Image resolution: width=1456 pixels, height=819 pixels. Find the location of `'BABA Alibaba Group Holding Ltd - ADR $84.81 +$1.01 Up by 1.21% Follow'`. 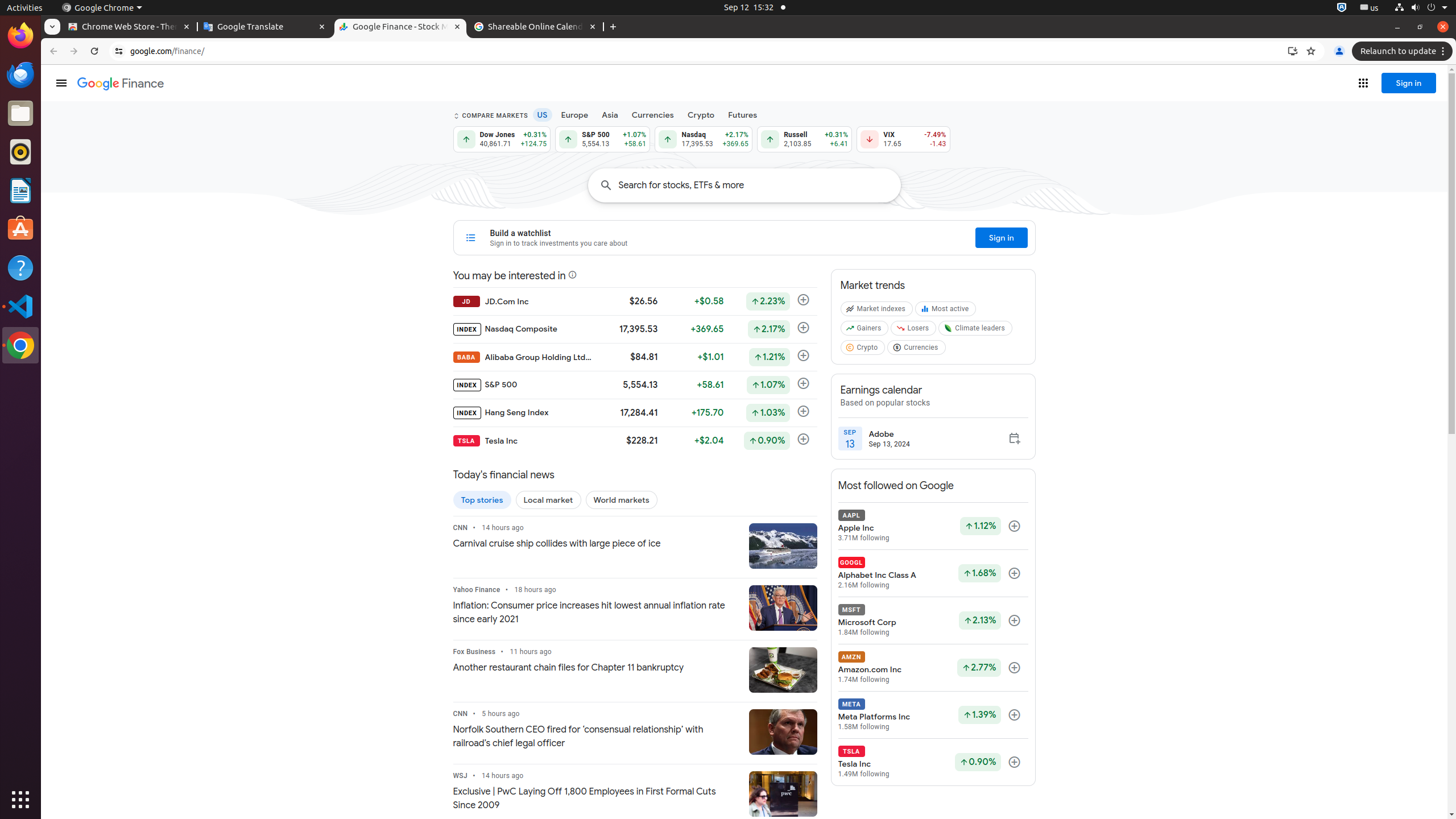

'BABA Alibaba Group Holding Ltd - ADR $84.81 +$1.01 Up by 1.21% Follow' is located at coordinates (635, 357).